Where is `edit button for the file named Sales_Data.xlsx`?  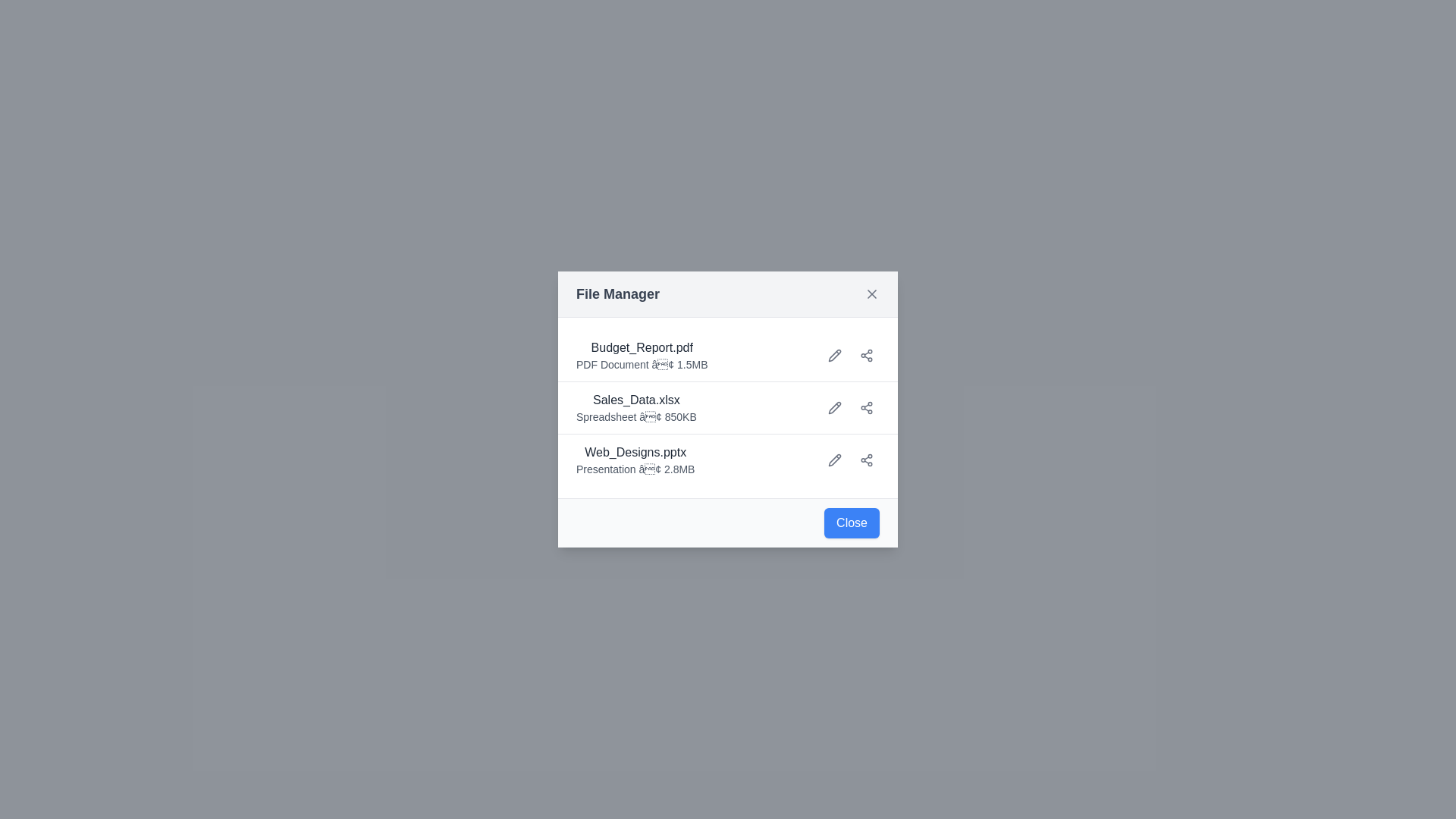 edit button for the file named Sales_Data.xlsx is located at coordinates (833, 406).